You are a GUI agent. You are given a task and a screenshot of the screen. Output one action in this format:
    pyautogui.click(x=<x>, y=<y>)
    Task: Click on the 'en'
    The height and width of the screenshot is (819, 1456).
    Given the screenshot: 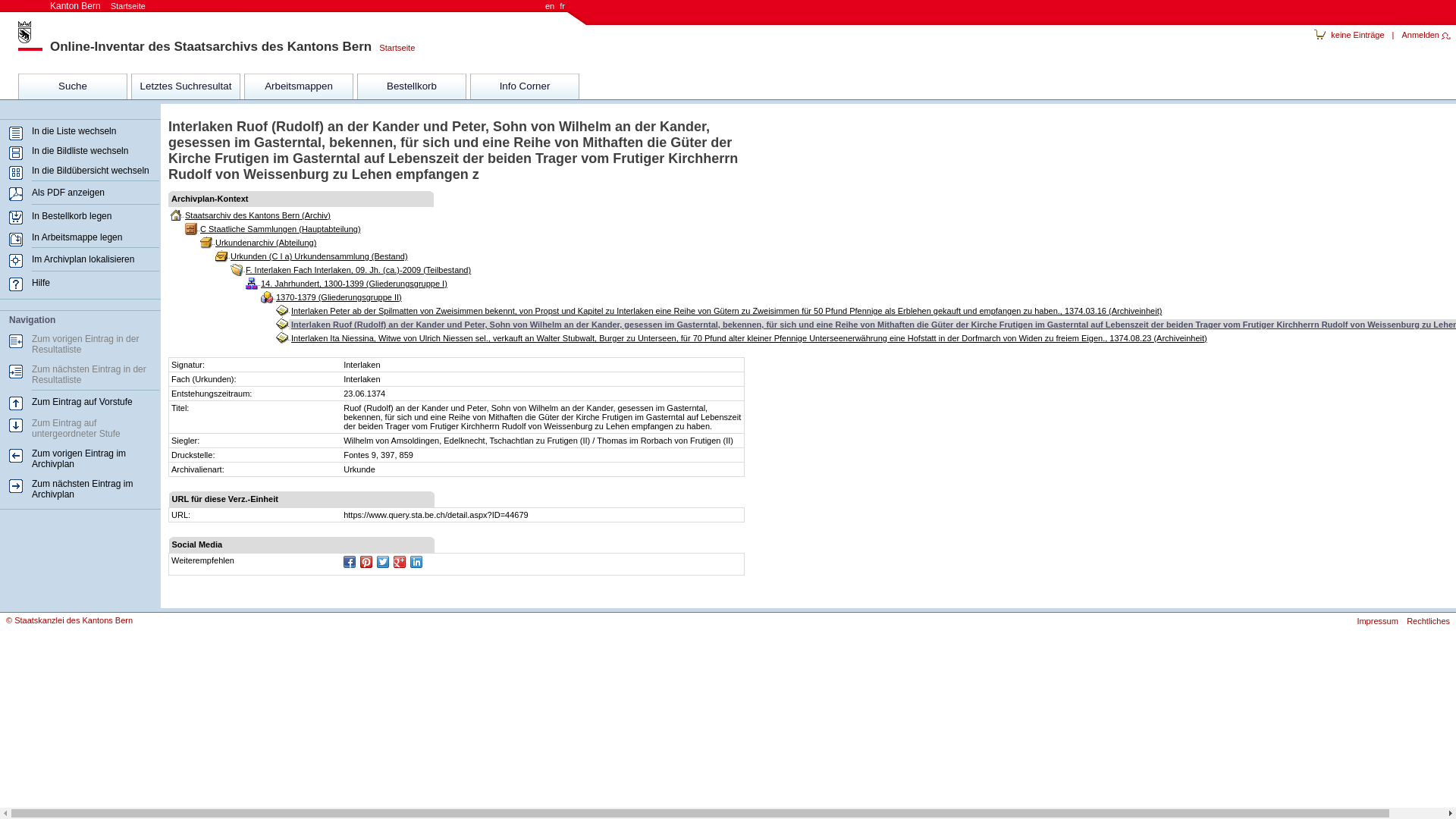 What is the action you would take?
    pyautogui.click(x=548, y=5)
    